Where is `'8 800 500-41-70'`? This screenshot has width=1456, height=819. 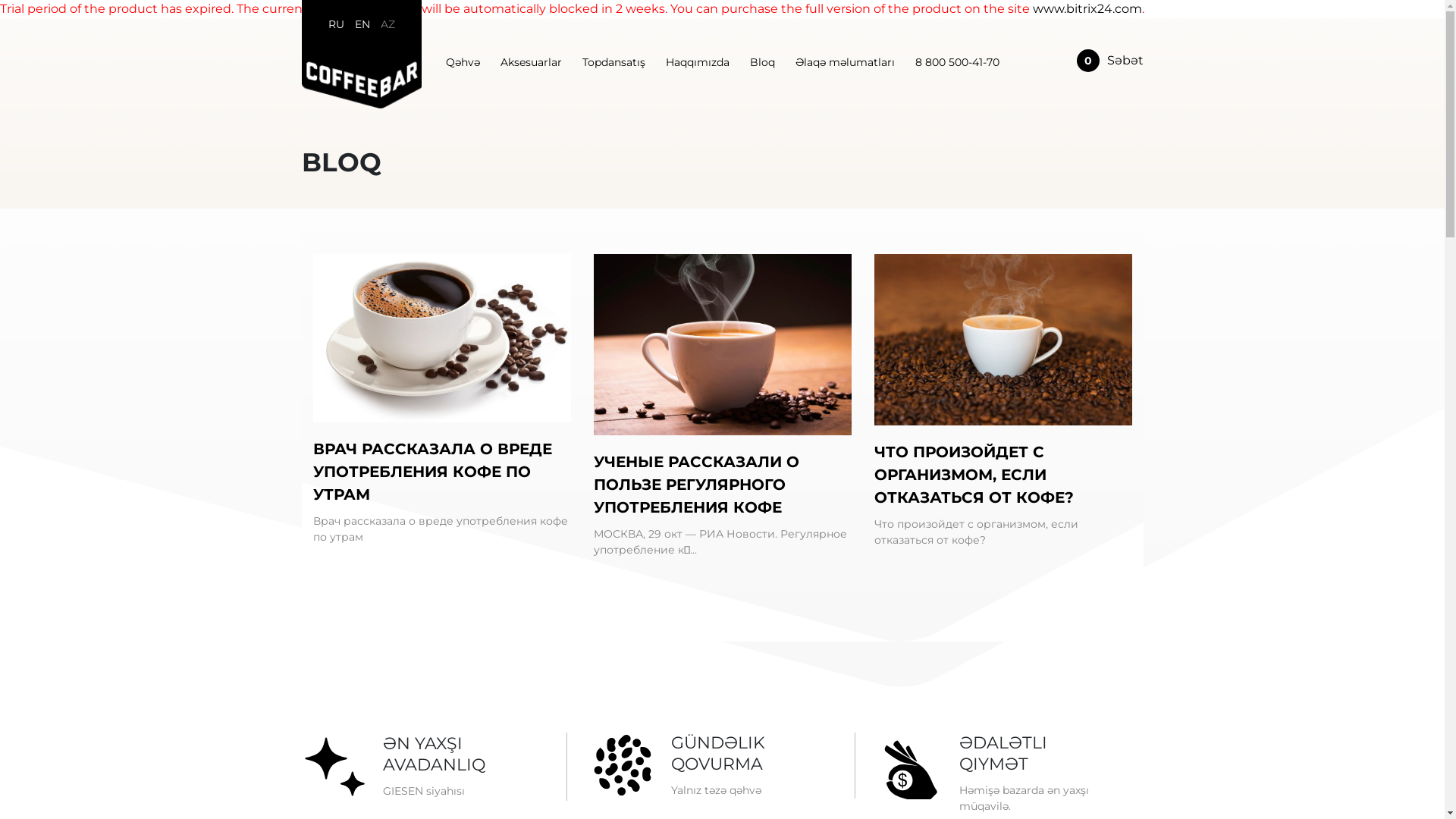 '8 800 500-41-70' is located at coordinates (955, 61).